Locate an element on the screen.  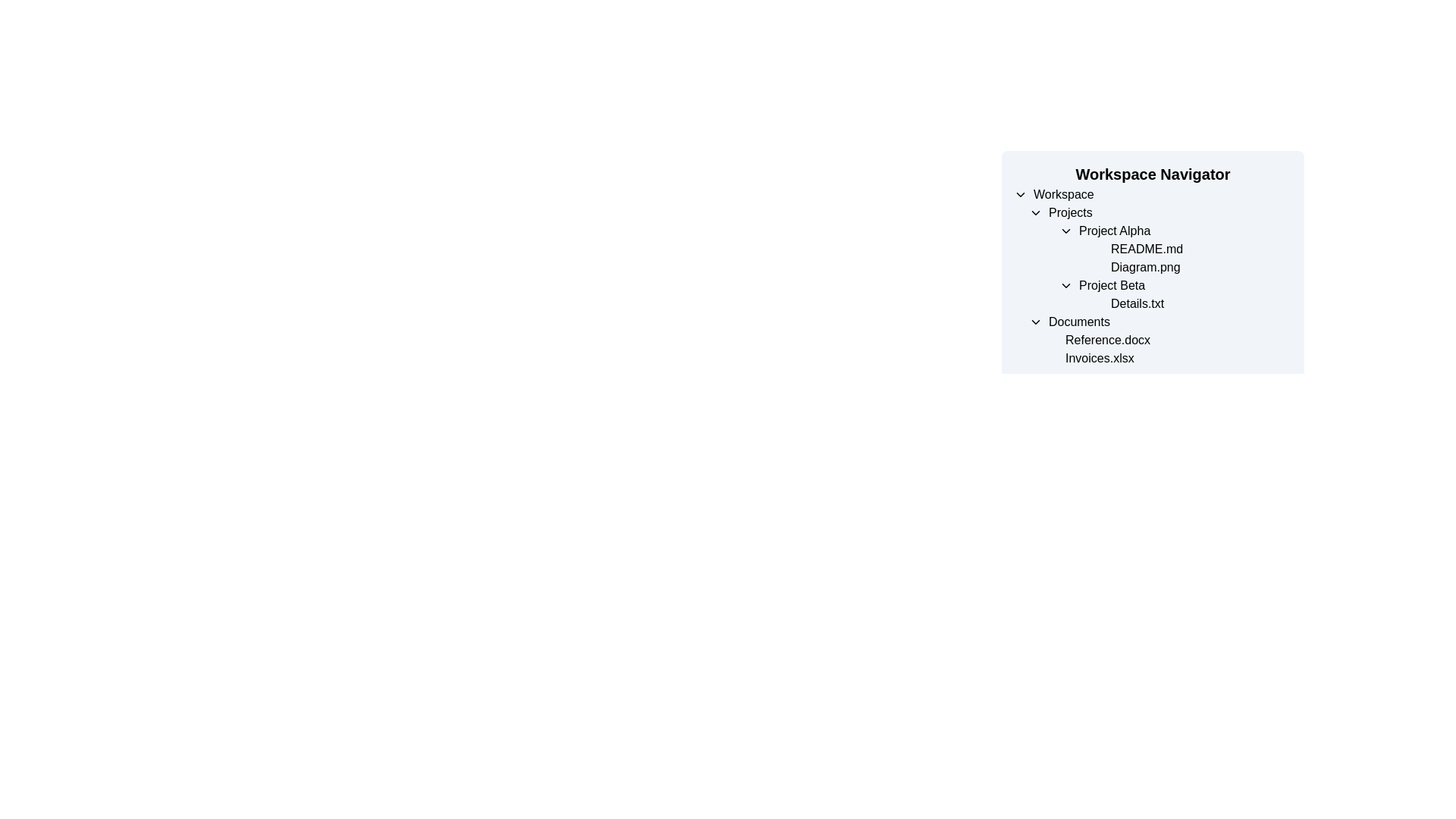
the heading element that serves as a label for the workspace navigation section, which is located above a hierarchical list of items is located at coordinates (1153, 174).